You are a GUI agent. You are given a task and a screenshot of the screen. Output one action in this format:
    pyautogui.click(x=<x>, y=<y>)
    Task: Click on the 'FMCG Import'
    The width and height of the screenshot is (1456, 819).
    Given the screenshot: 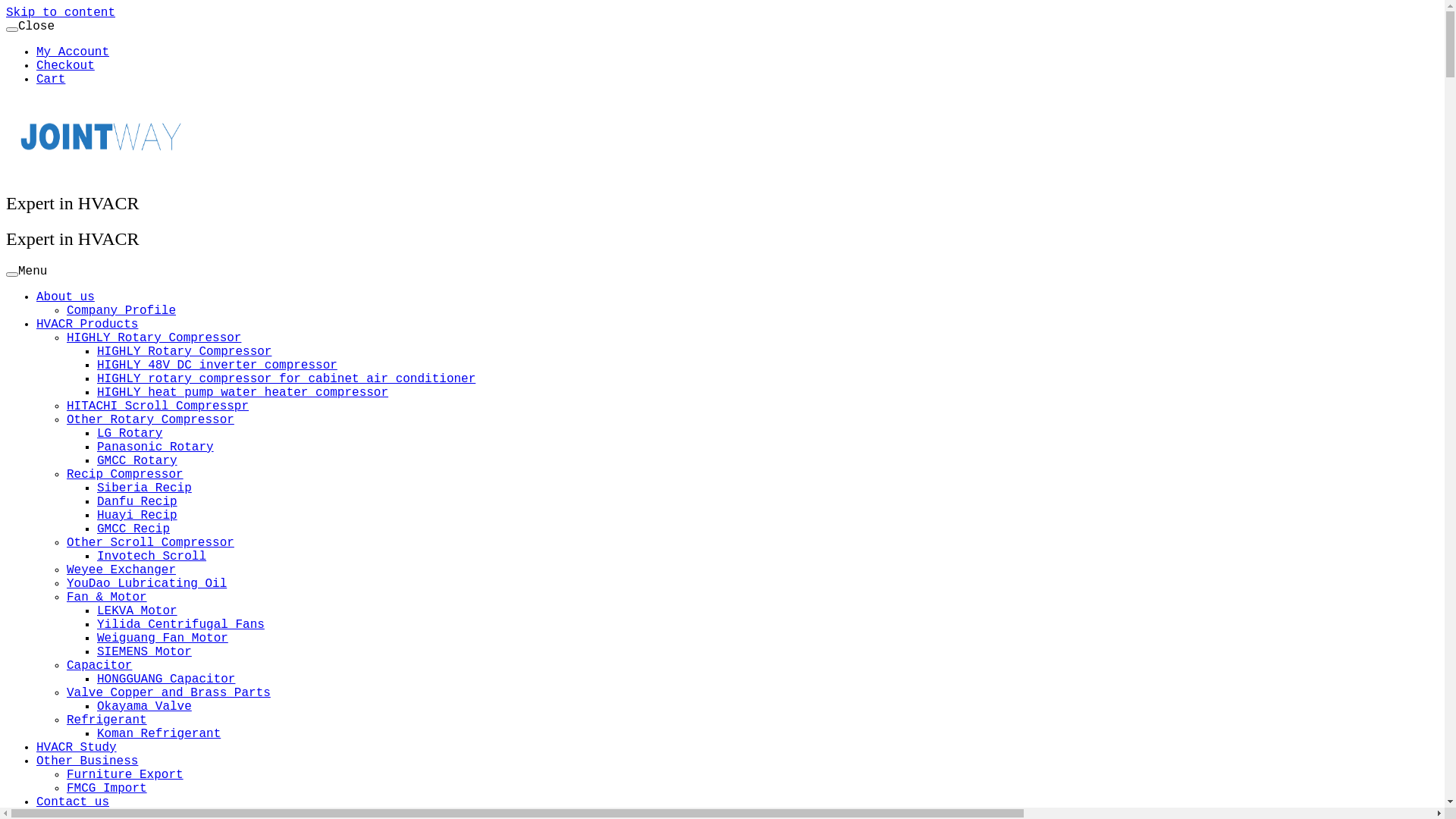 What is the action you would take?
    pyautogui.click(x=105, y=788)
    